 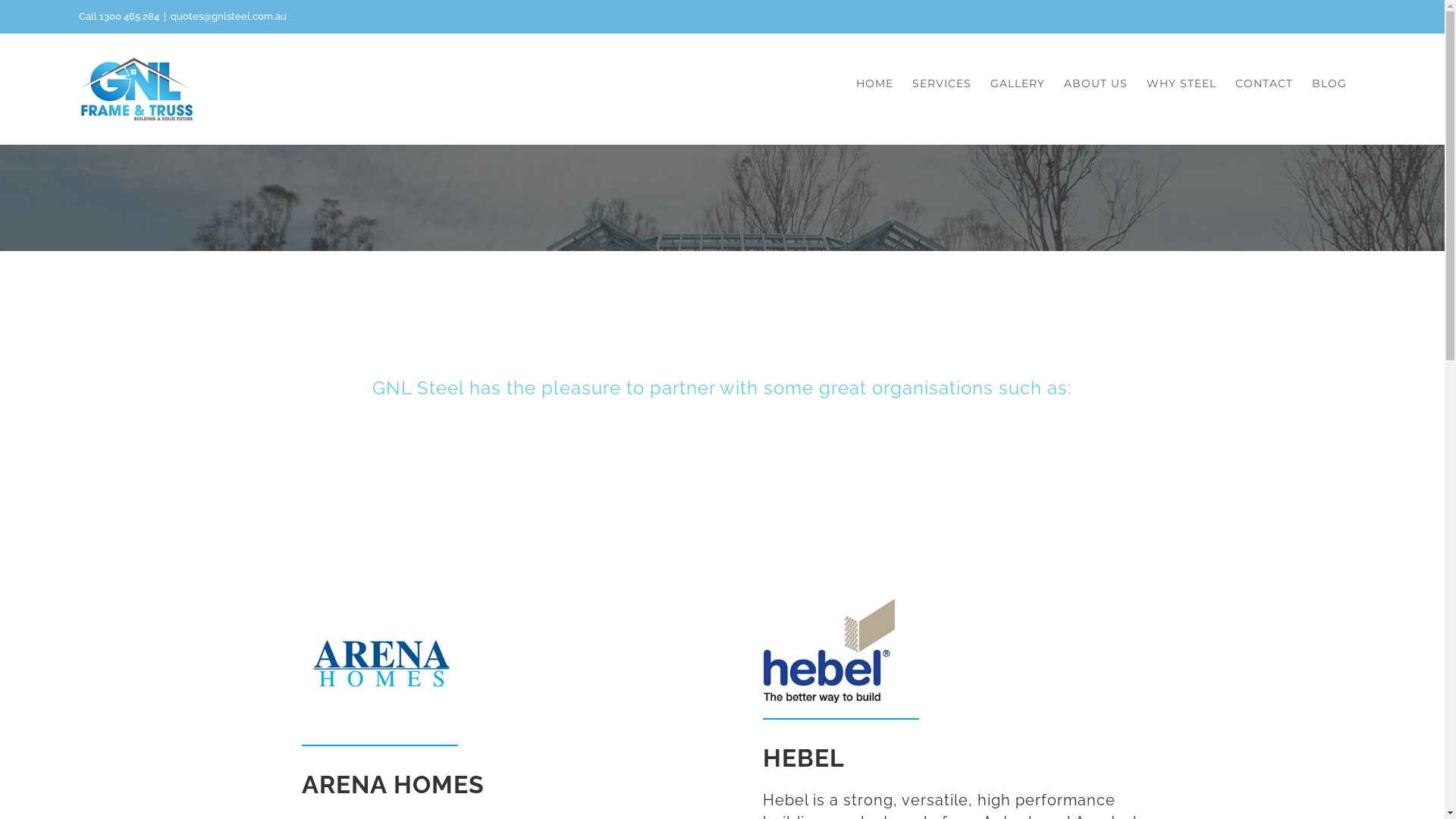 I want to click on 'Hebel-logo_header', so click(x=828, y=650).